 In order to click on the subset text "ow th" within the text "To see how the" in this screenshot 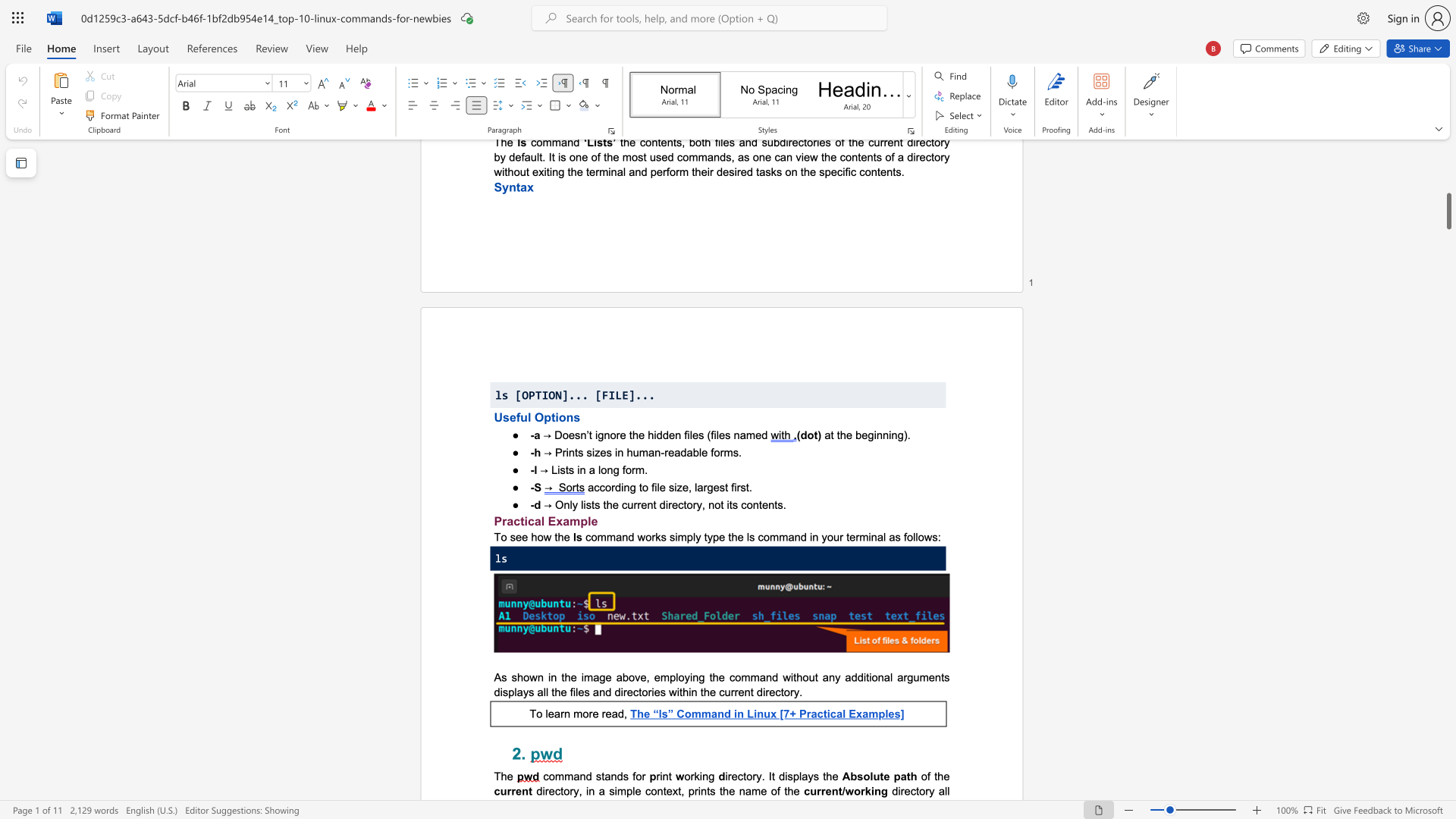, I will do `click(537, 536)`.